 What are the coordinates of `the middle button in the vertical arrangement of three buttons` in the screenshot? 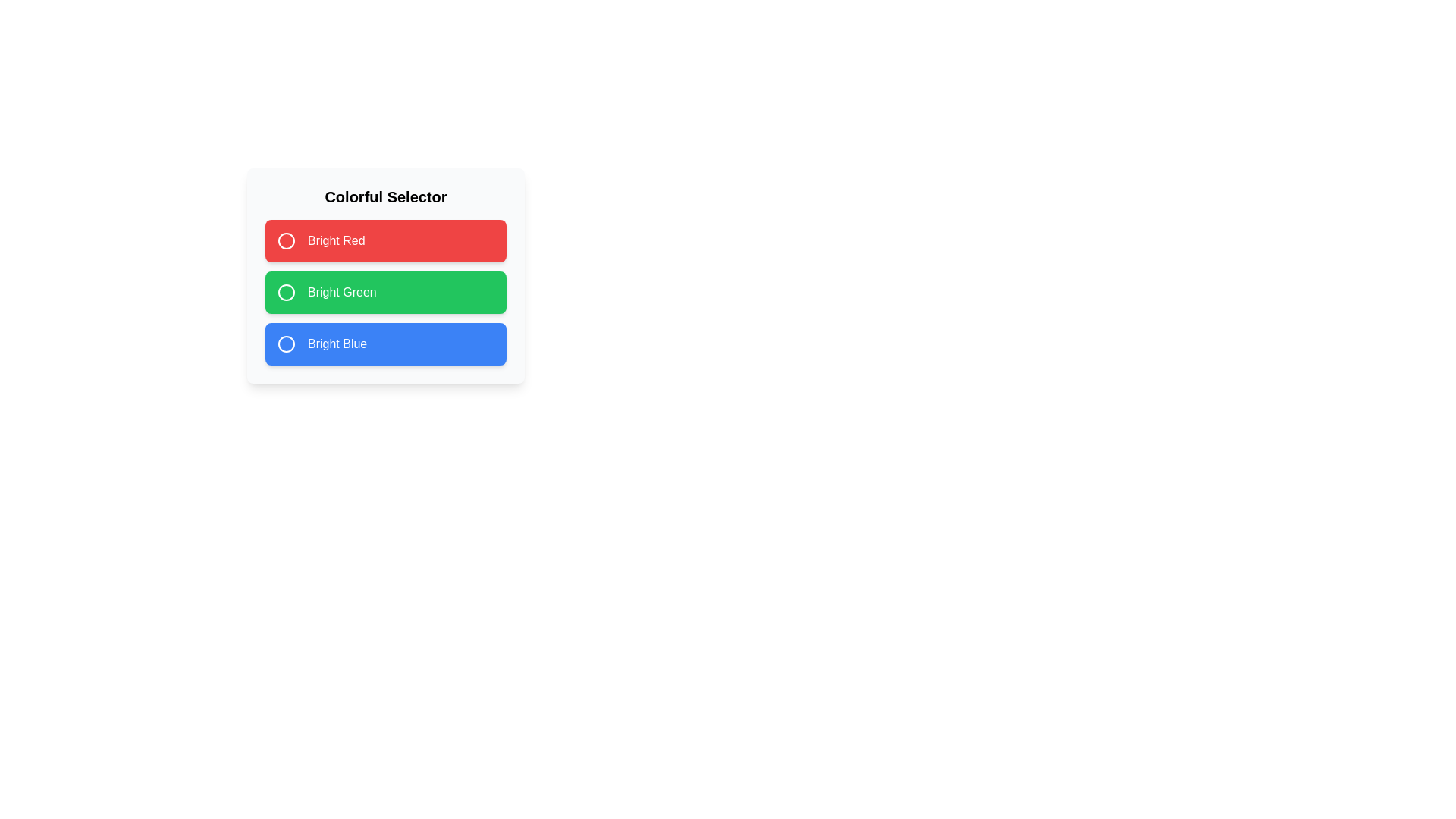 It's located at (385, 292).